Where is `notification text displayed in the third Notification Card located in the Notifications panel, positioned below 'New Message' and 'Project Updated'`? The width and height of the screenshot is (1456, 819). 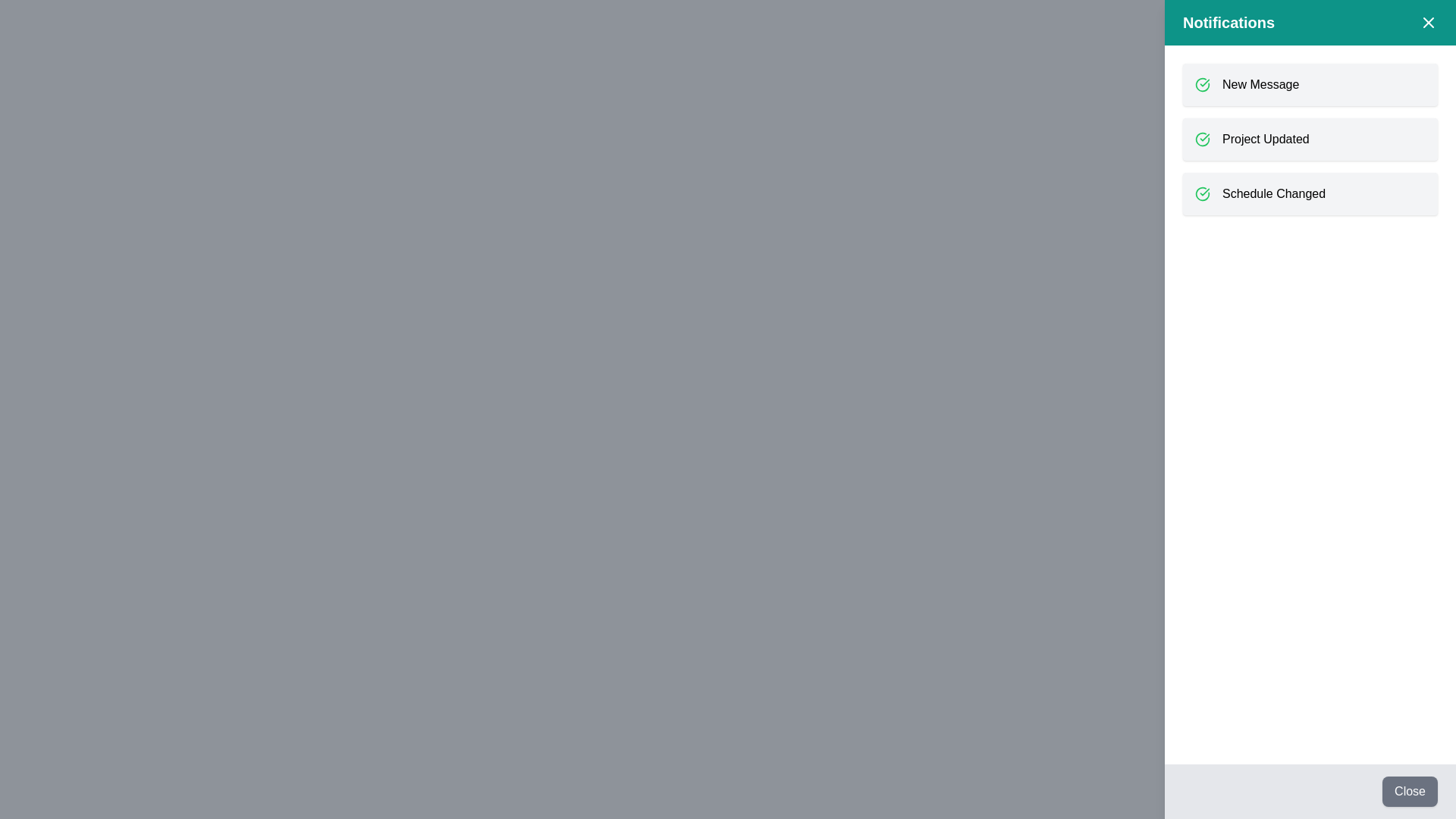 notification text displayed in the third Notification Card located in the Notifications panel, positioned below 'New Message' and 'Project Updated' is located at coordinates (1310, 193).